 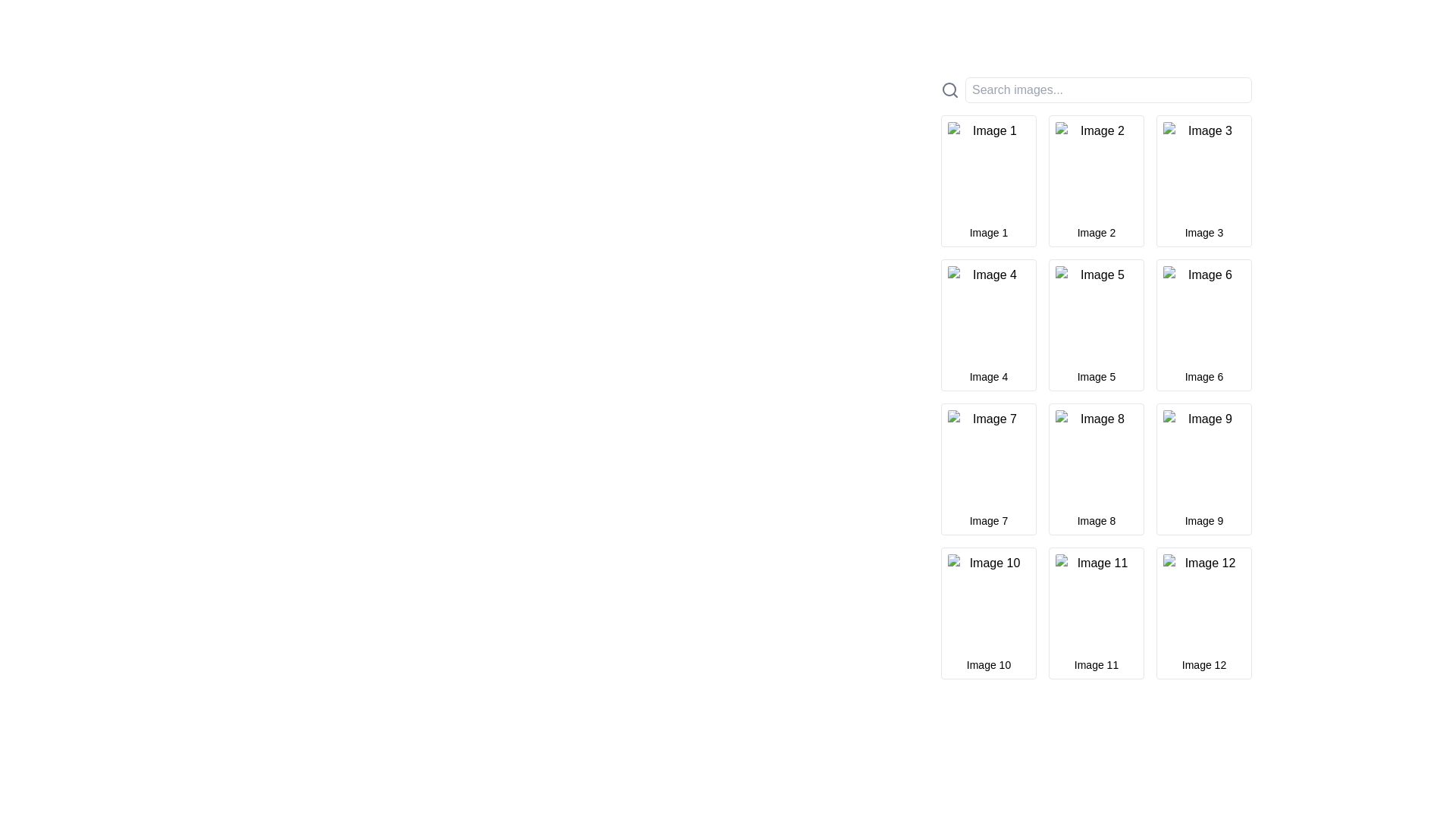 What do you see at coordinates (989, 314) in the screenshot?
I see `the image placeholder labeled 'Image 4' located in the second row and second column of the grid layout` at bounding box center [989, 314].